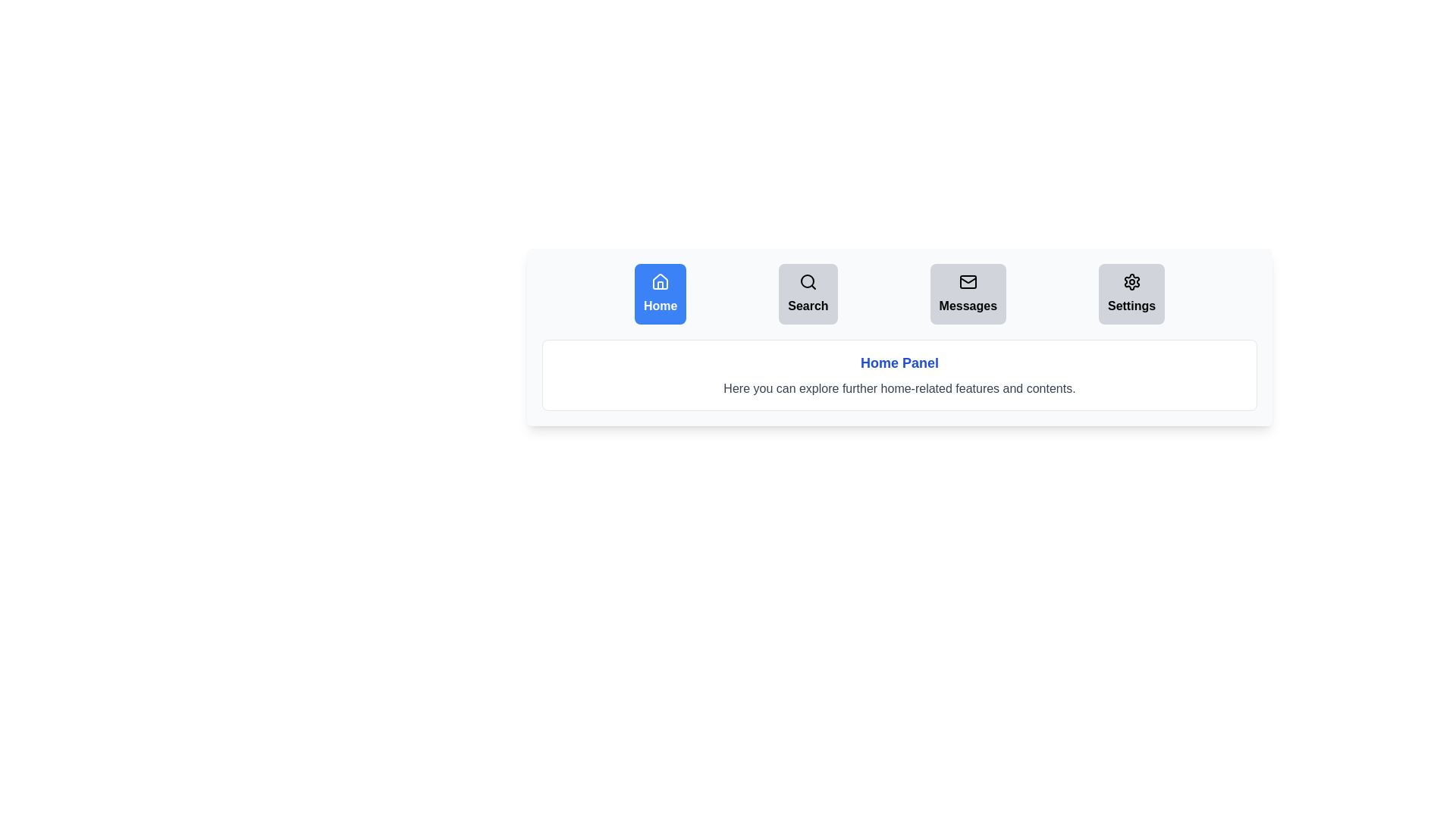 Image resolution: width=1456 pixels, height=819 pixels. Describe the element at coordinates (661, 294) in the screenshot. I see `the first button in the navigation menu that navigates to the Home section` at that location.